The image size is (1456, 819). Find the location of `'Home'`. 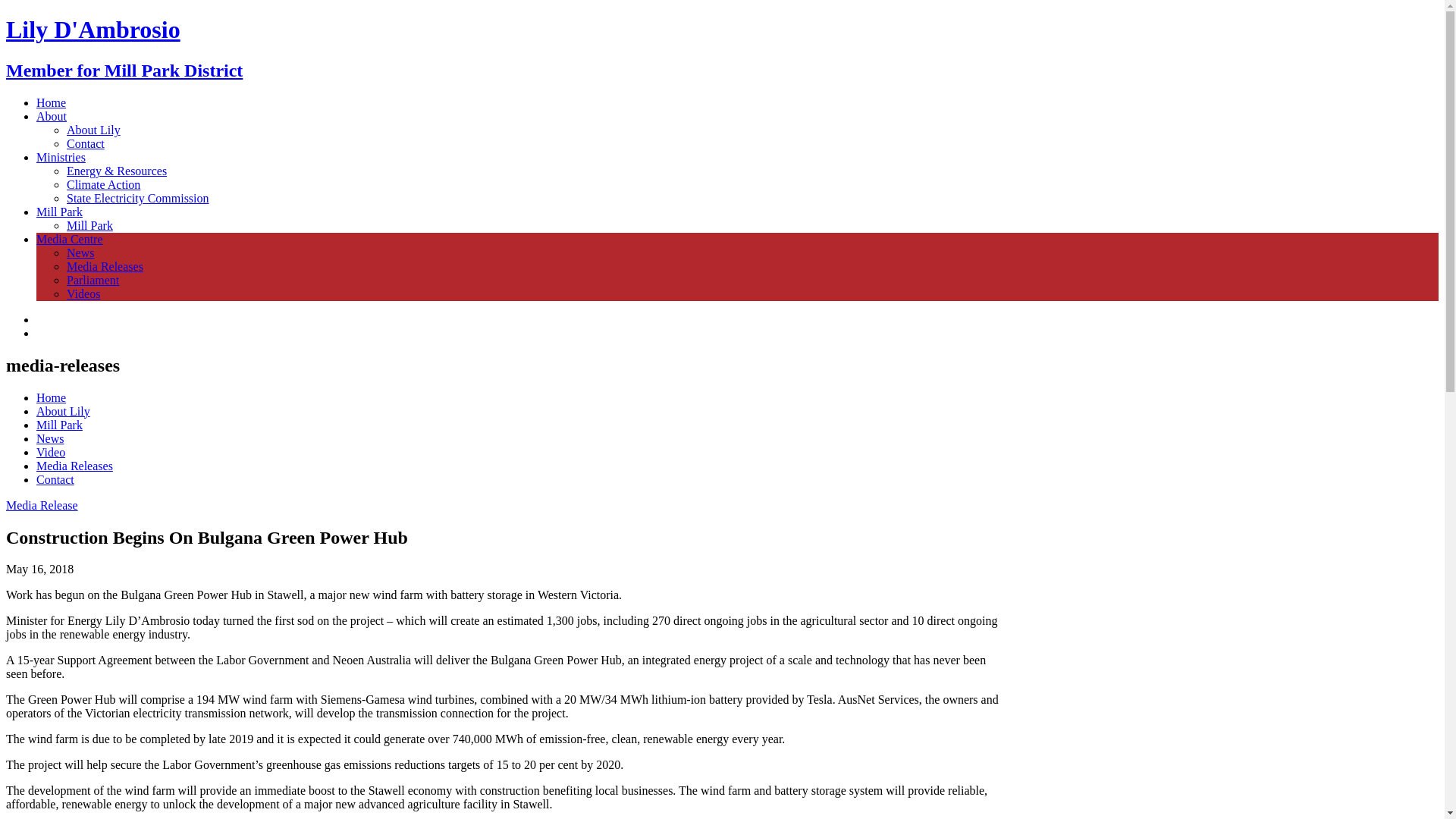

'Home' is located at coordinates (51, 397).